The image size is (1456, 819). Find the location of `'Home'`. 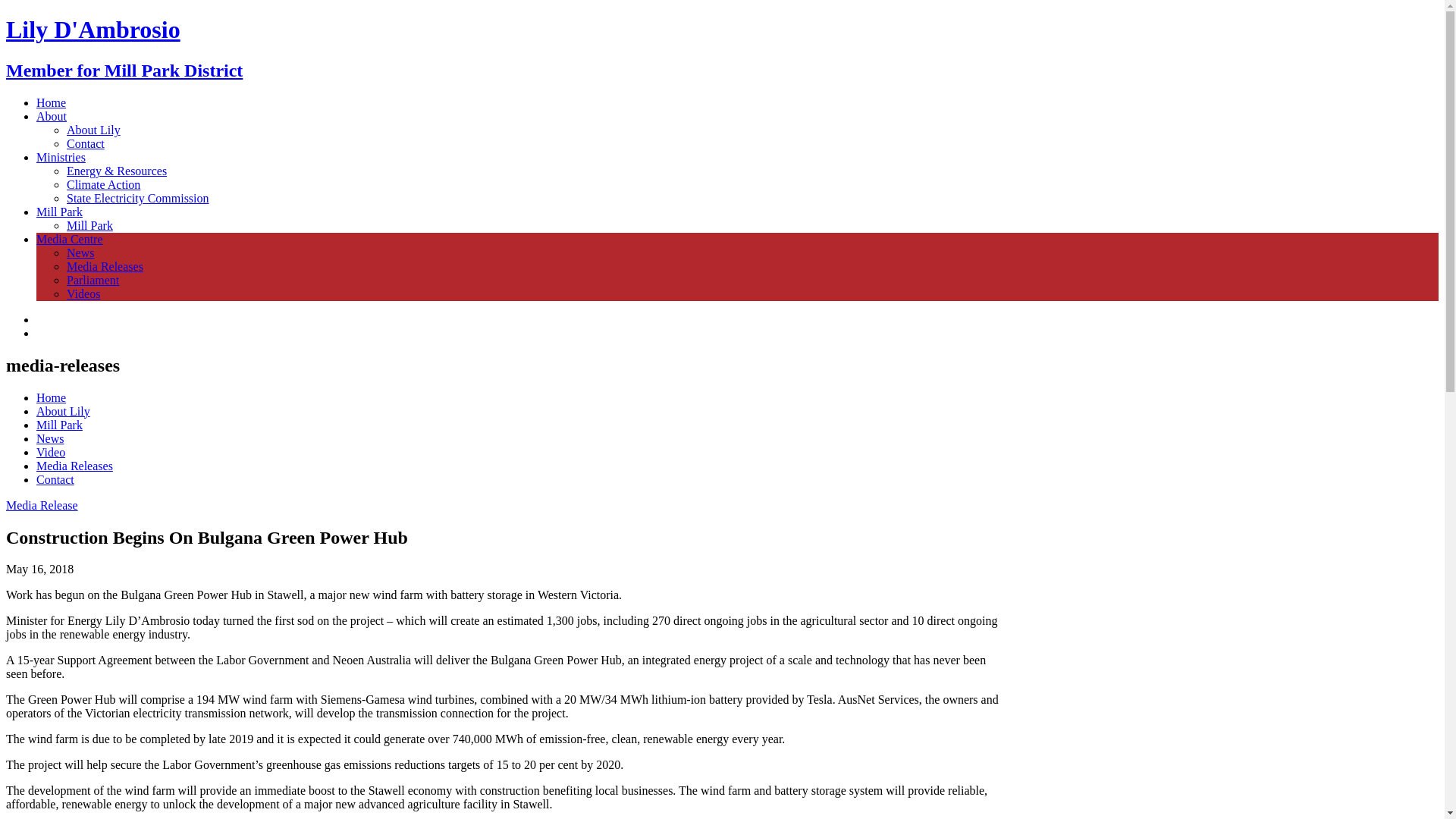

'Home' is located at coordinates (51, 397).